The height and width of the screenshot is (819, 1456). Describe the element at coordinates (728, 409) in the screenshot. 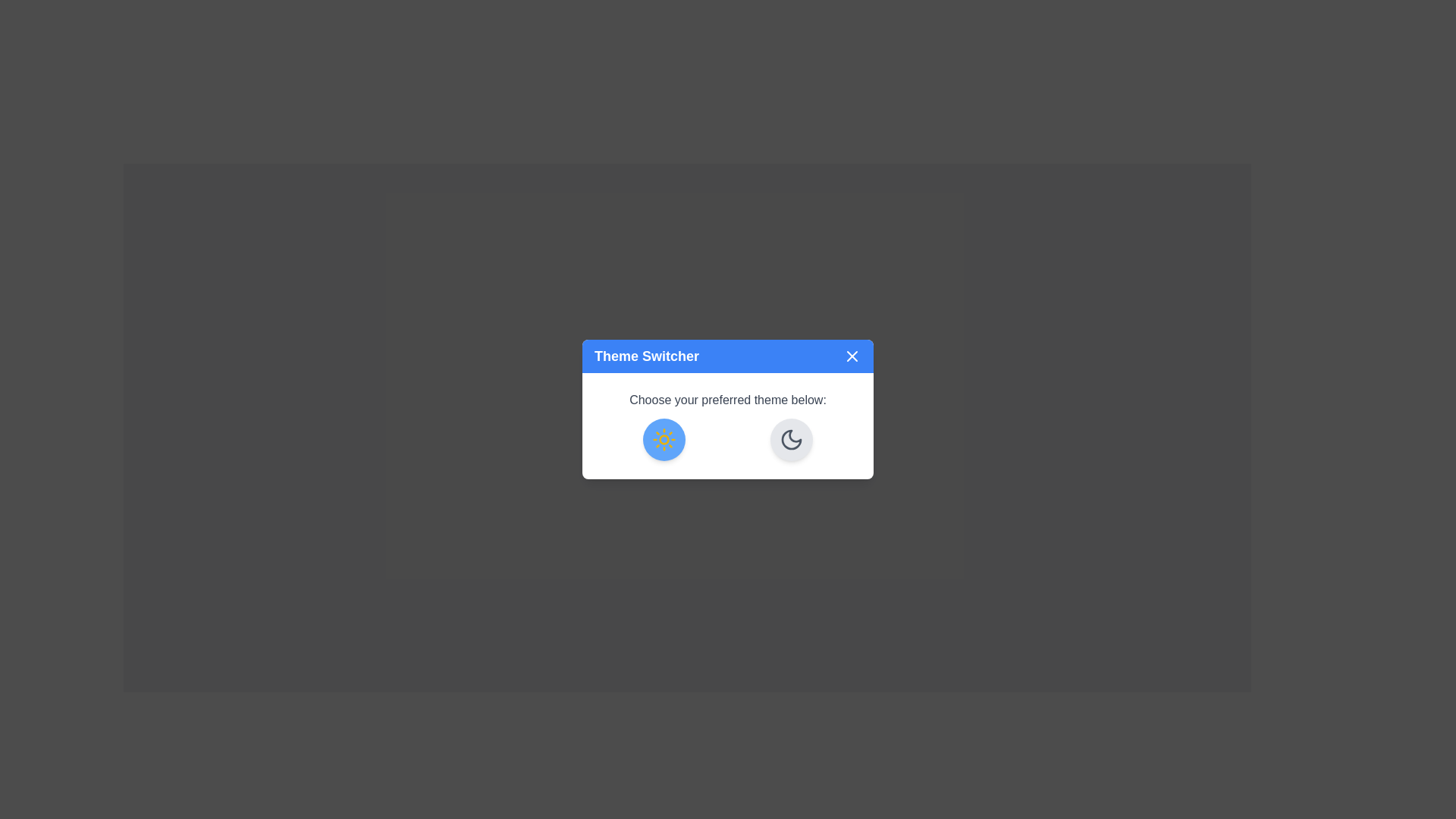

I see `the light theme button in the modal dialog` at that location.